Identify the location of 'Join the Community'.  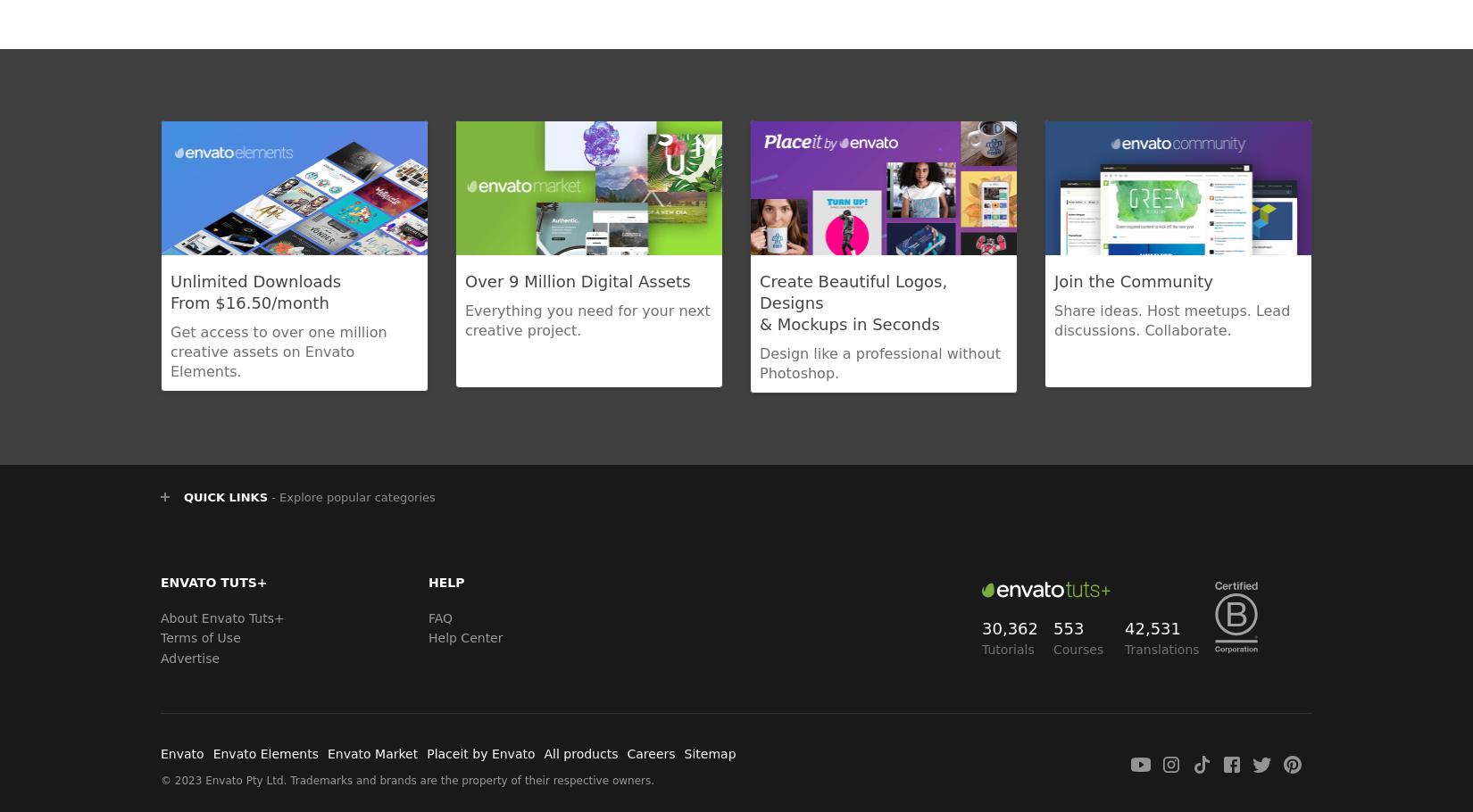
(1132, 281).